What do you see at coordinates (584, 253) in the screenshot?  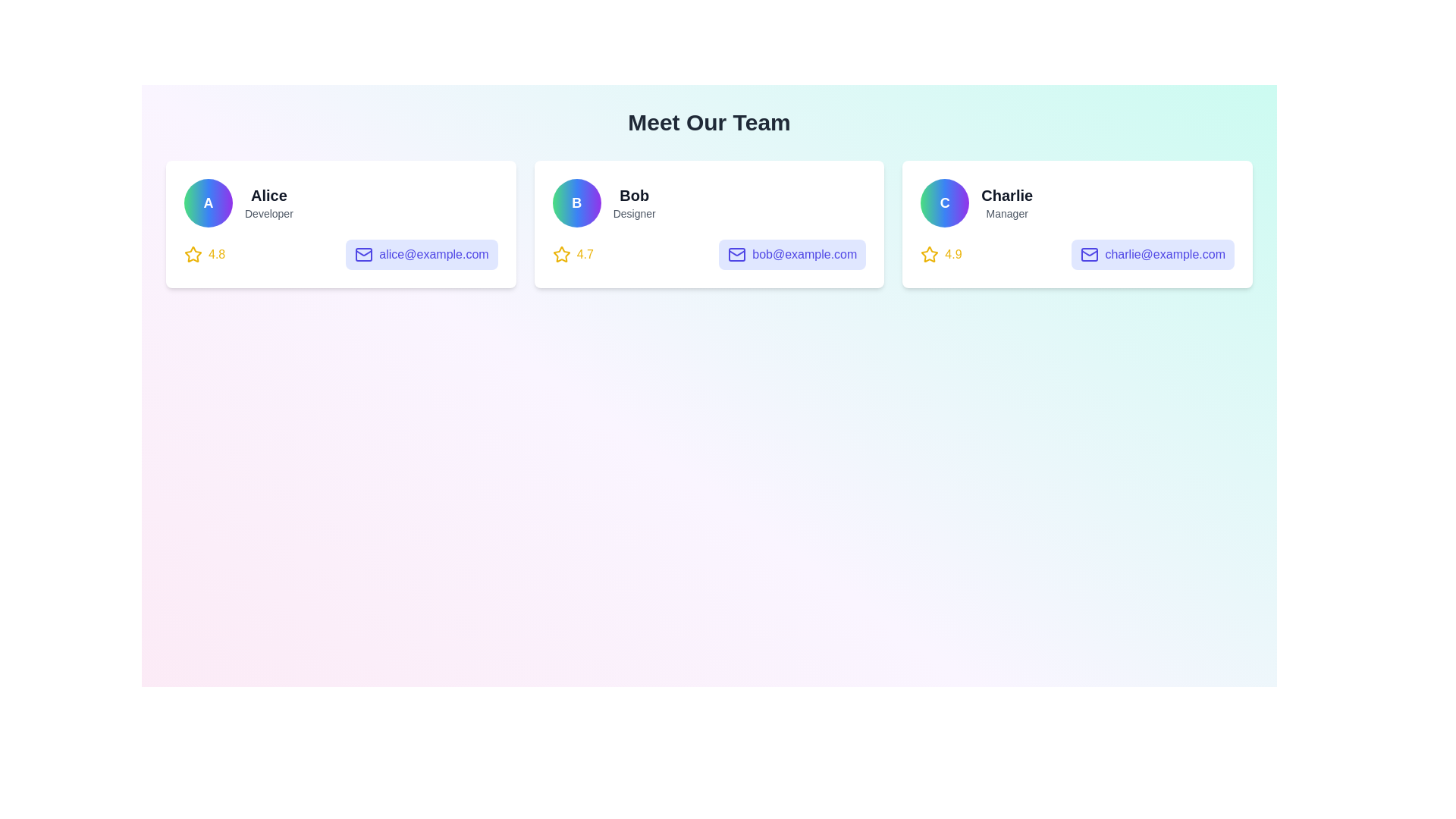 I see `the Rating indicator (textual numeric value) in the 'Bob' profile card, which displays the numeric rating score on a 5-point scale` at bounding box center [584, 253].